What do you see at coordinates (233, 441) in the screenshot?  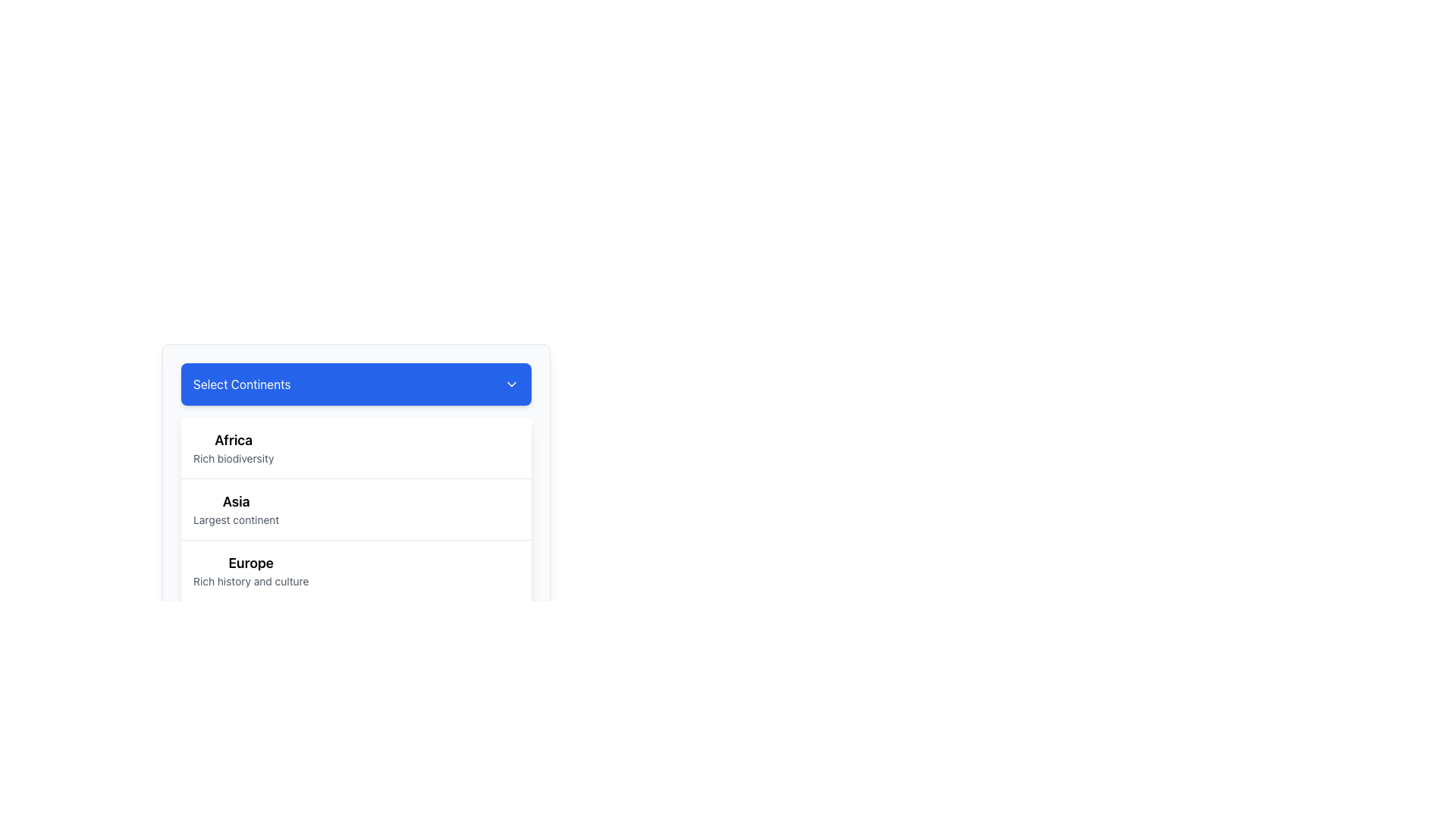 I see `the text label for the continent Africa, which is the first item in the list below the 'Select Continents' dropdown` at bounding box center [233, 441].